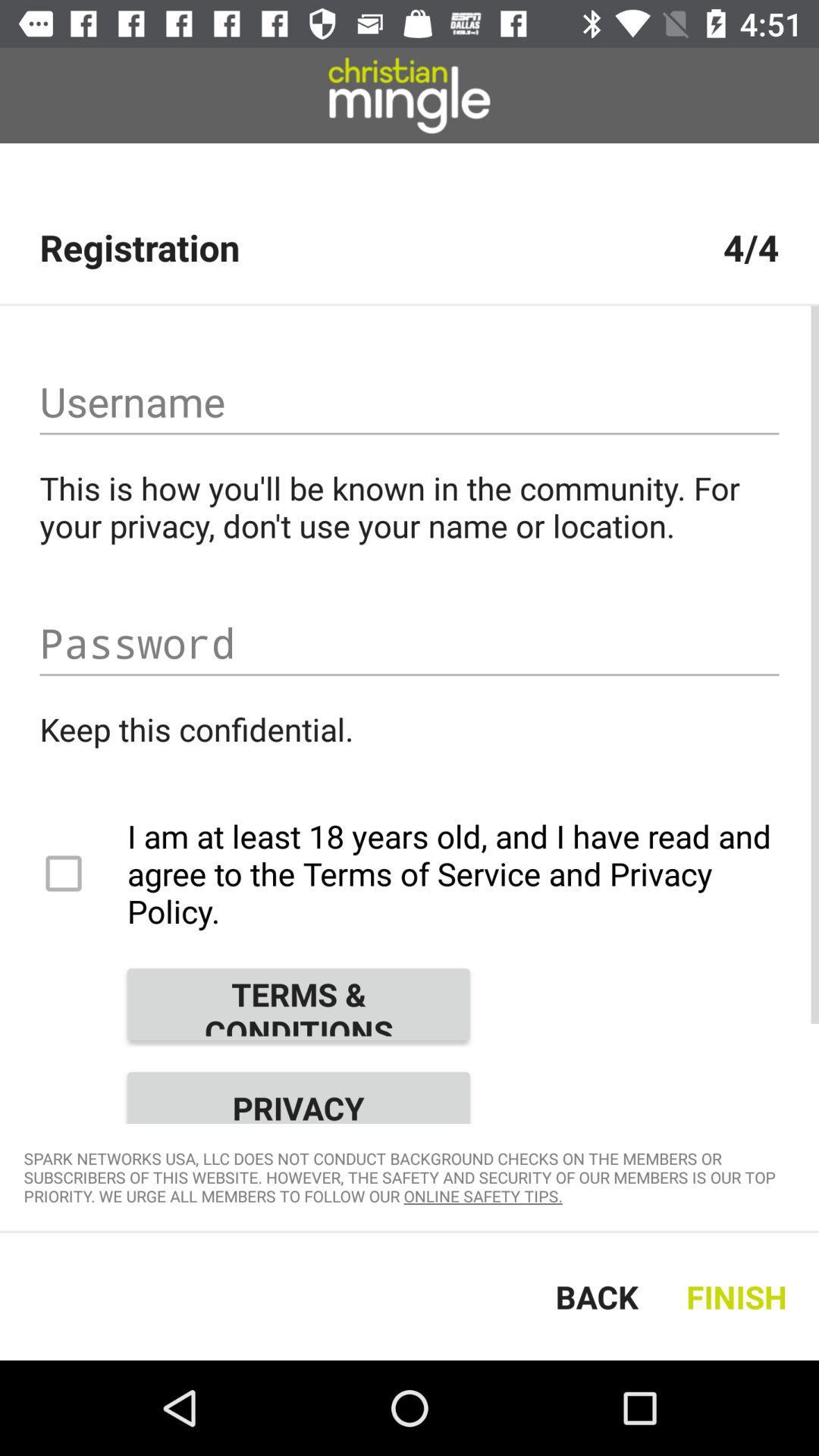 This screenshot has width=819, height=1456. I want to click on privacy button, so click(298, 1092).